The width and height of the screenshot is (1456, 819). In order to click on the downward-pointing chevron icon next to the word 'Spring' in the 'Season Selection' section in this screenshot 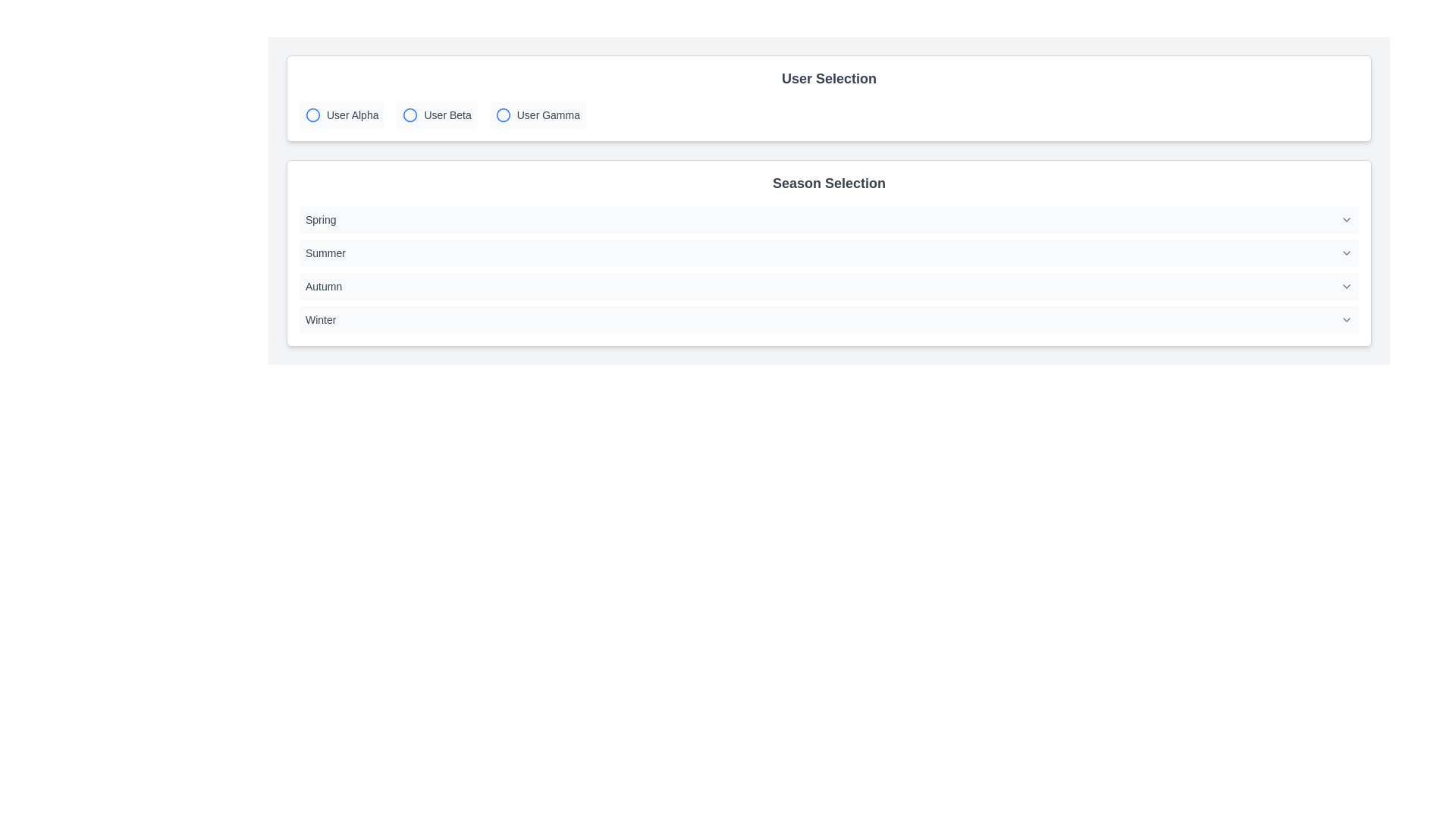, I will do `click(1347, 219)`.